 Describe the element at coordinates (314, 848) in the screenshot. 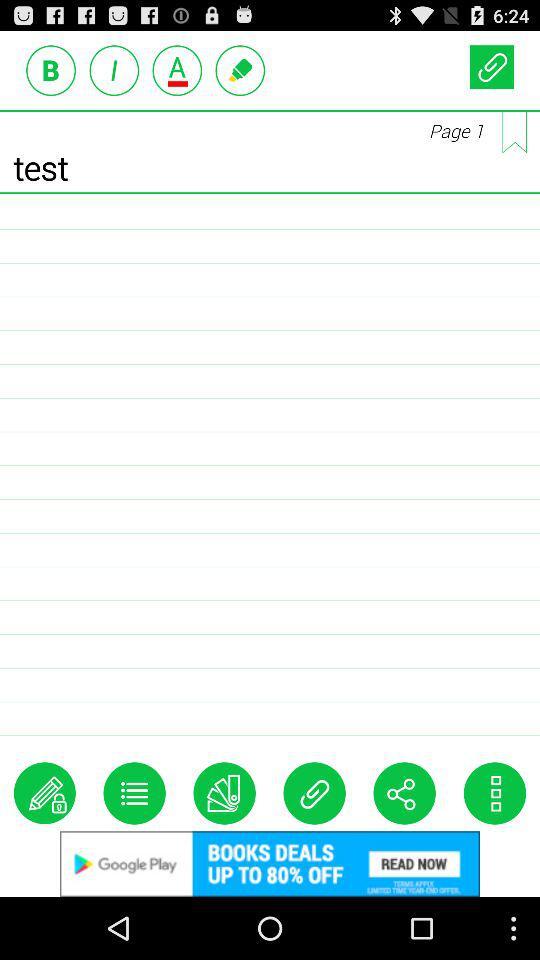

I see `the attach_file icon` at that location.